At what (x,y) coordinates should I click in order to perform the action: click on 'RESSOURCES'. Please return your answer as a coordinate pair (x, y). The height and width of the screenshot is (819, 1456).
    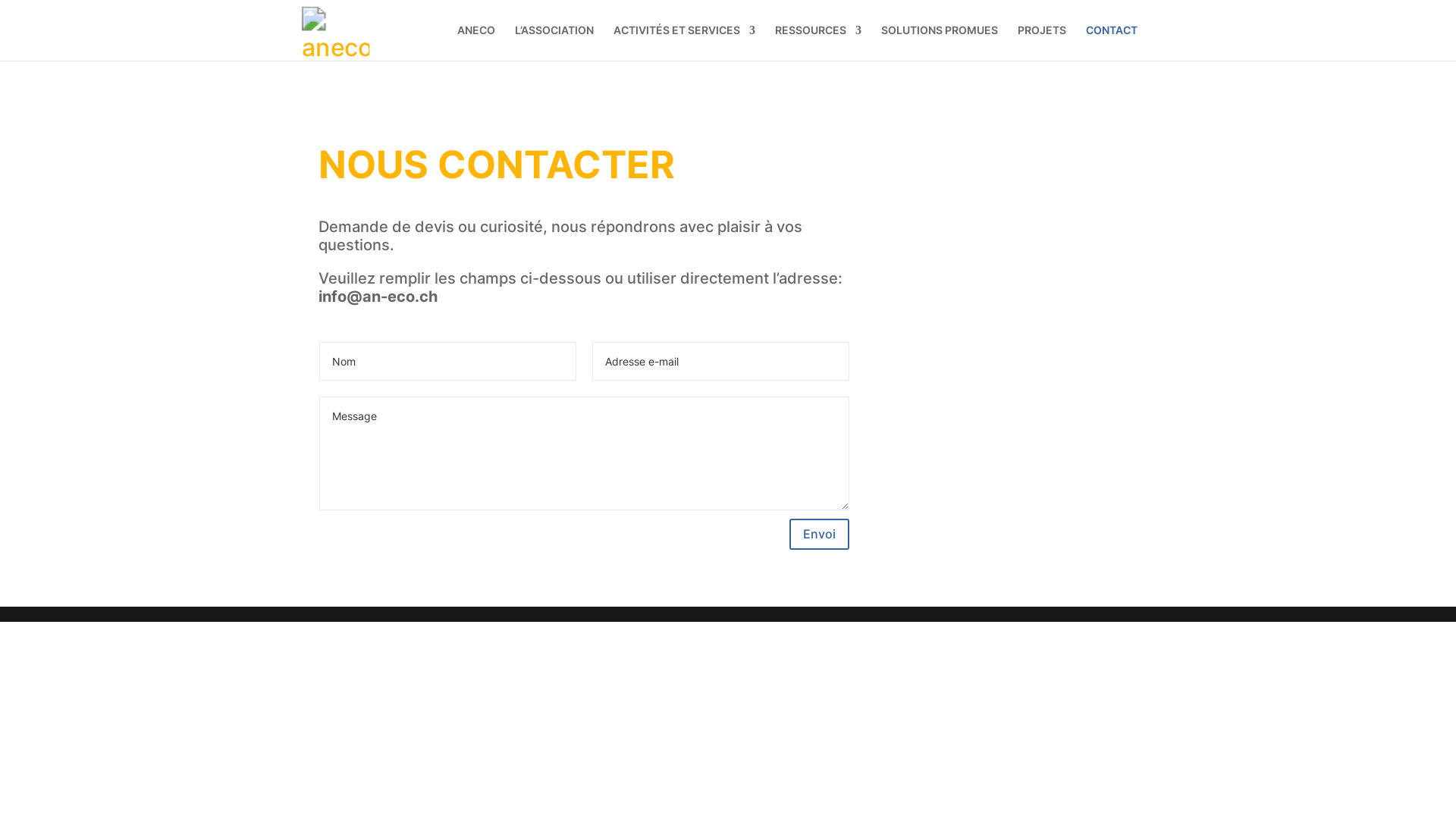
    Looking at the image, I should click on (817, 42).